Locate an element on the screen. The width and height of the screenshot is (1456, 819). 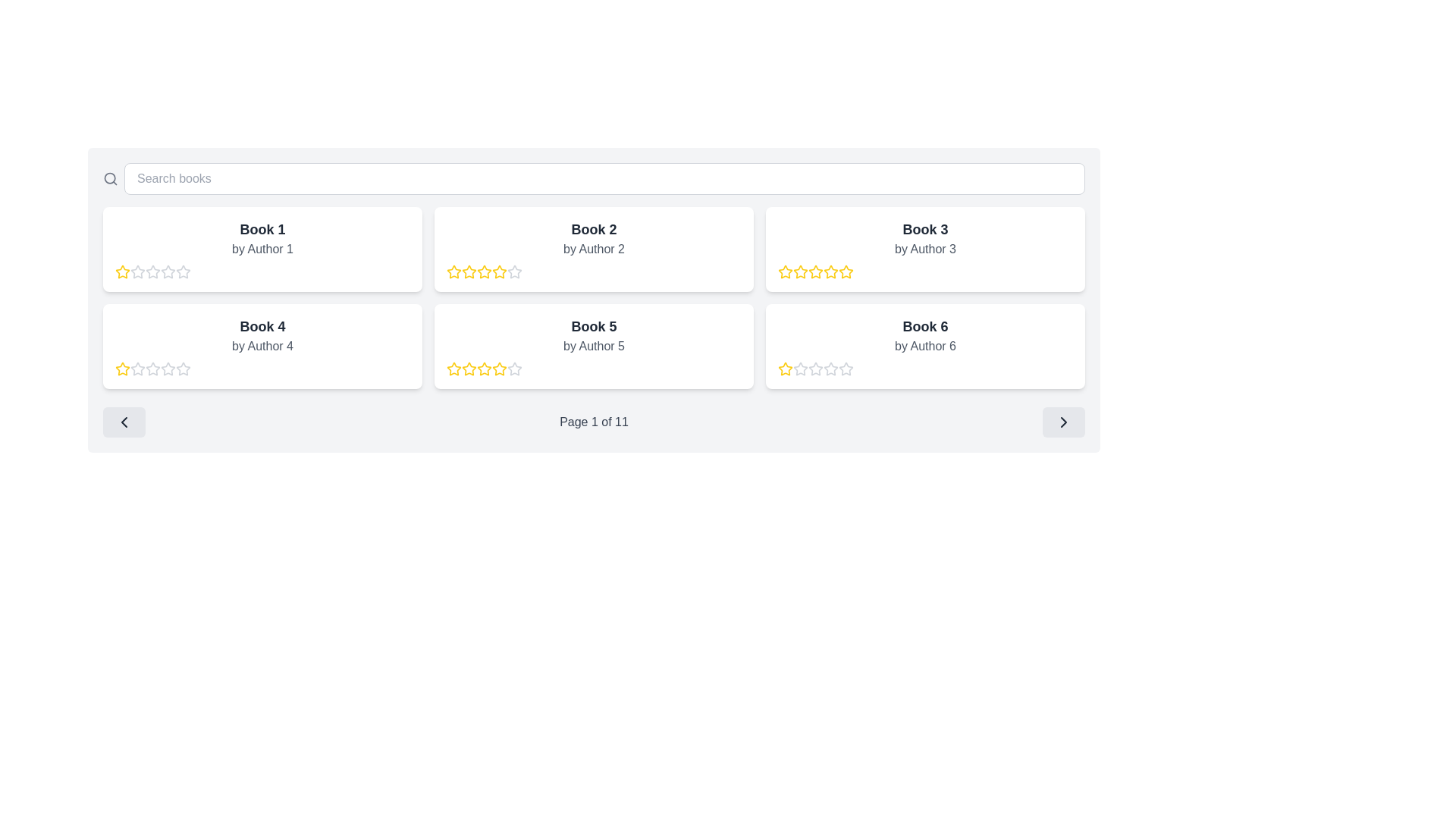
the highlighted yellow star icon in the rating system of the 'Book 3' card to set or toggle the rating is located at coordinates (786, 271).